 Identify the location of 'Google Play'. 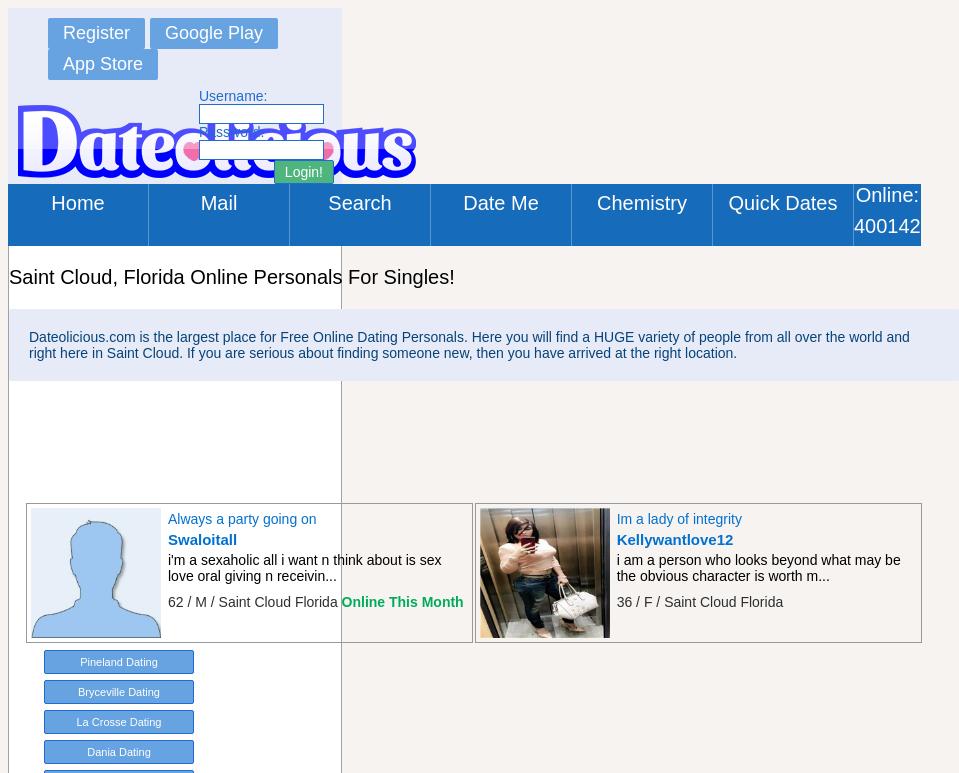
(213, 33).